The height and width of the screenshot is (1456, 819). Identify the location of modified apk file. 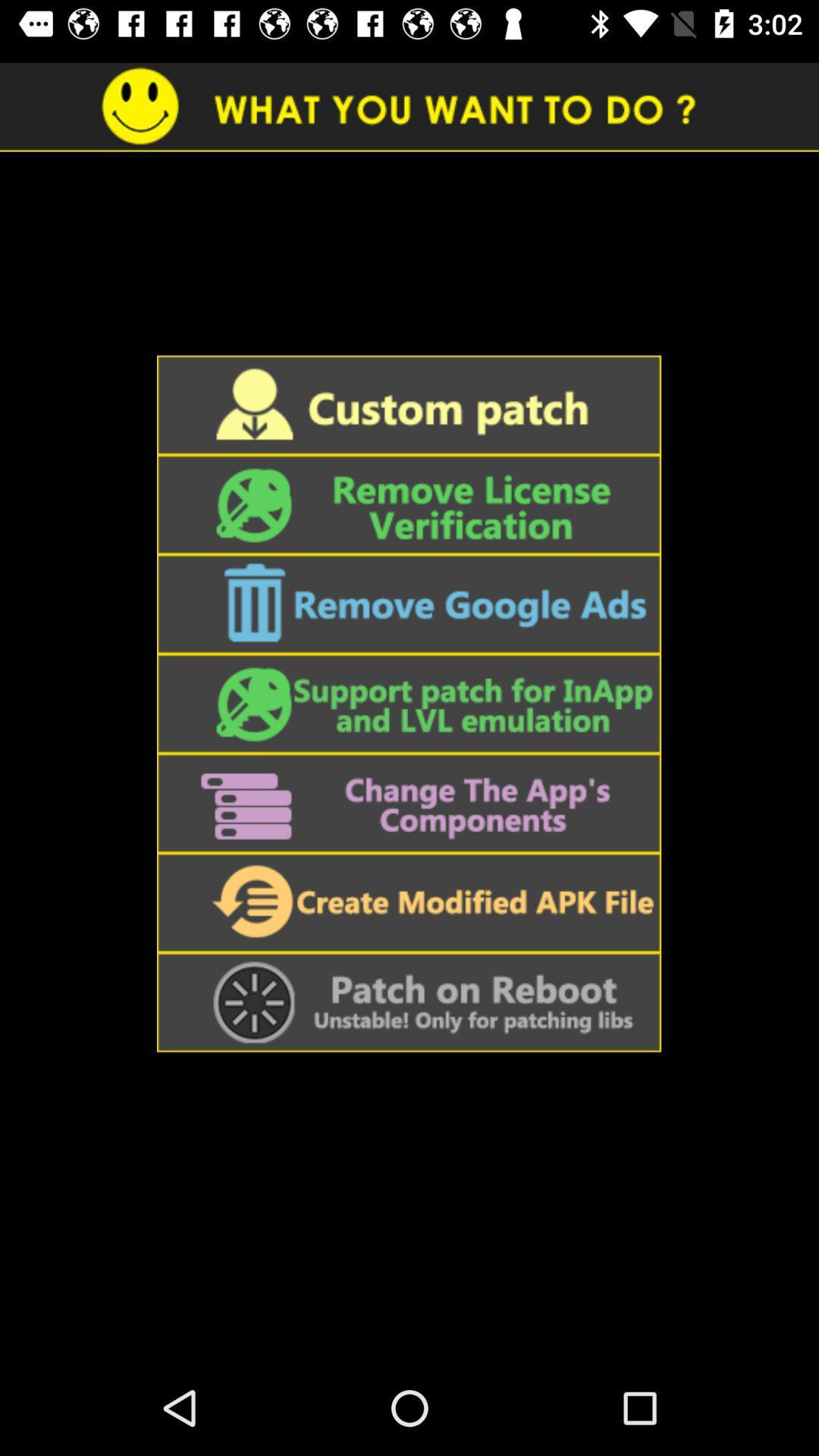
(408, 902).